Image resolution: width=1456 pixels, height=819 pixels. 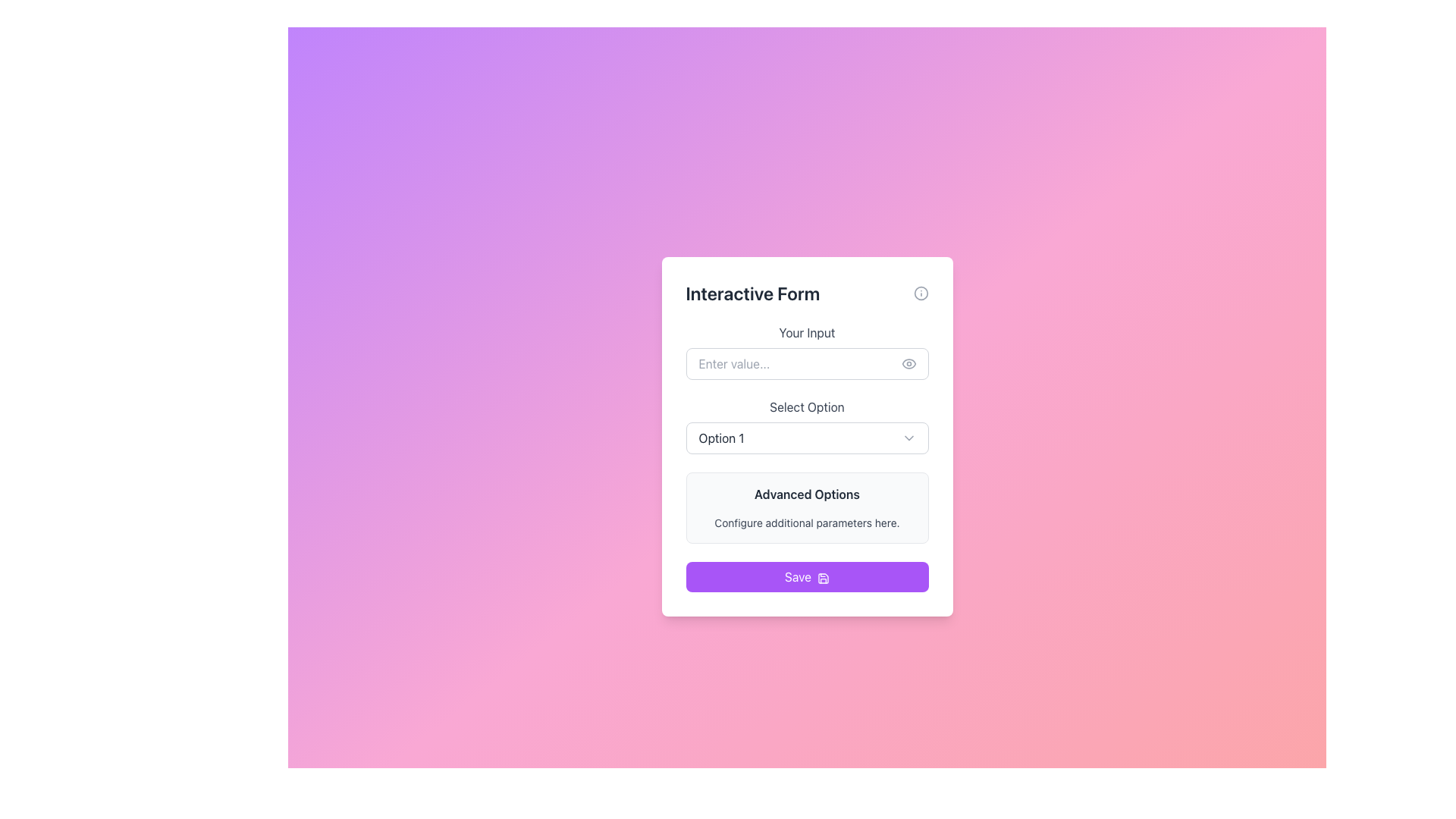 What do you see at coordinates (752, 293) in the screenshot?
I see `the header text element located at the top center of the modal, which serves as the title indicating the interface's purpose` at bounding box center [752, 293].